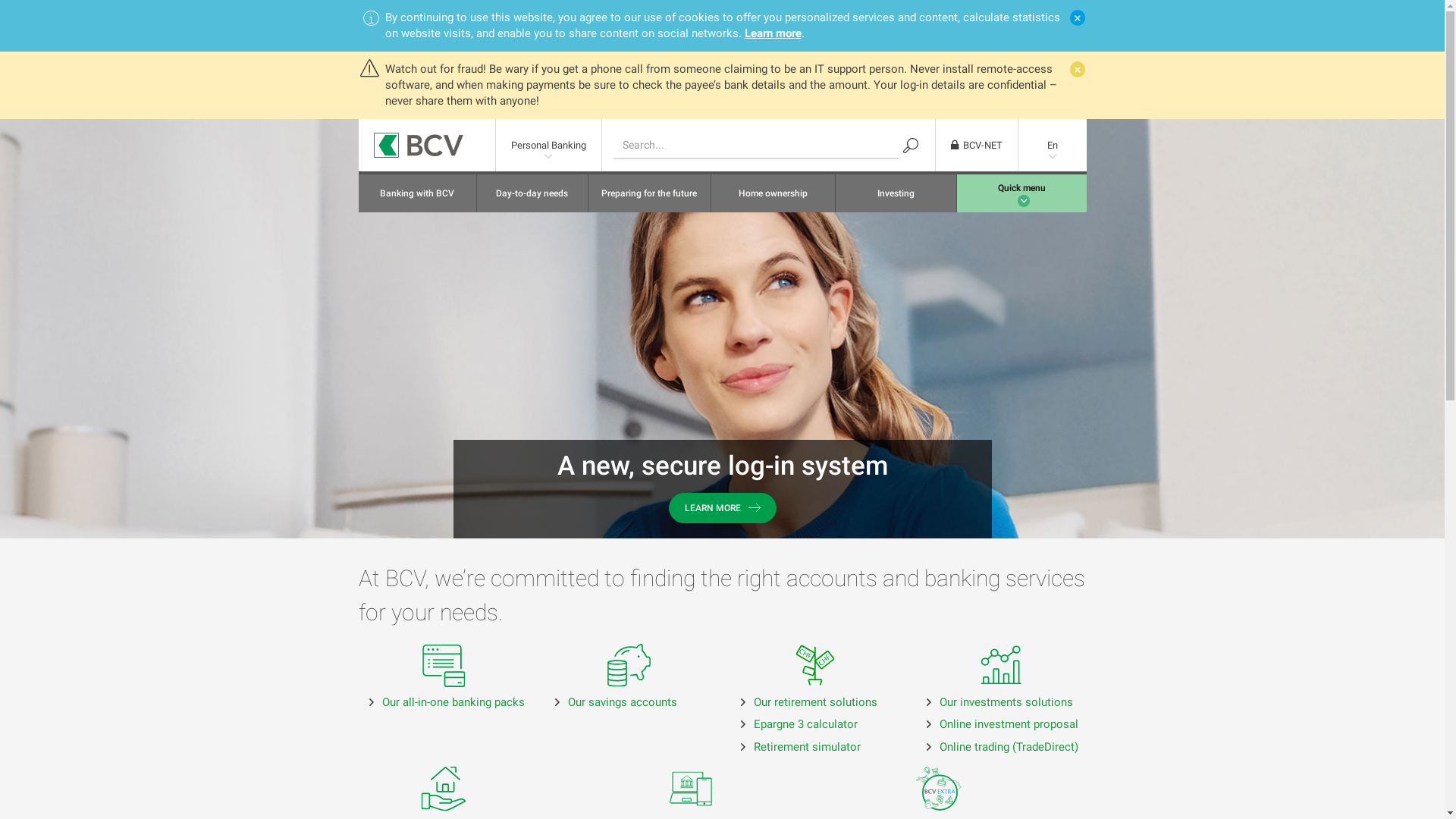 The width and height of the screenshot is (1456, 819). I want to click on 'Epargne 3 calculator', so click(805, 723).